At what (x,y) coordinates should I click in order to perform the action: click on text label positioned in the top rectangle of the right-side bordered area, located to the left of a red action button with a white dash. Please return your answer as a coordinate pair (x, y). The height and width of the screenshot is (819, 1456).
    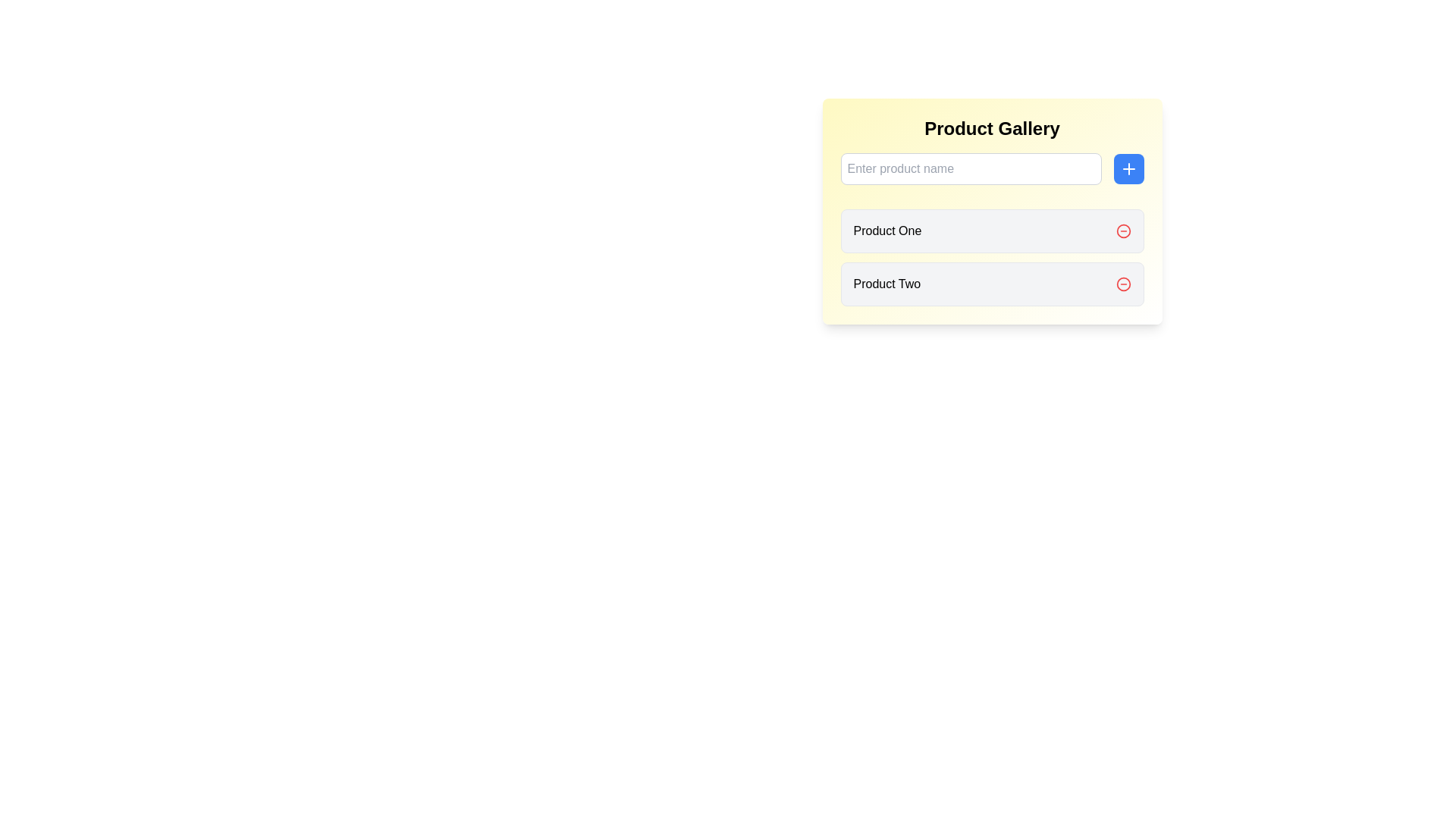
    Looking at the image, I should click on (887, 231).